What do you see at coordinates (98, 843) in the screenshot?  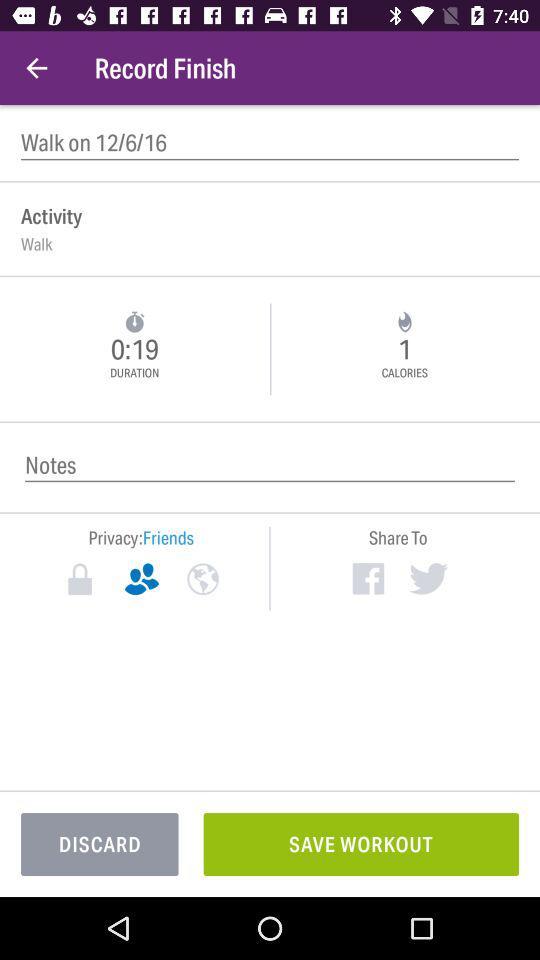 I see `the discard at the bottom left corner` at bounding box center [98, 843].